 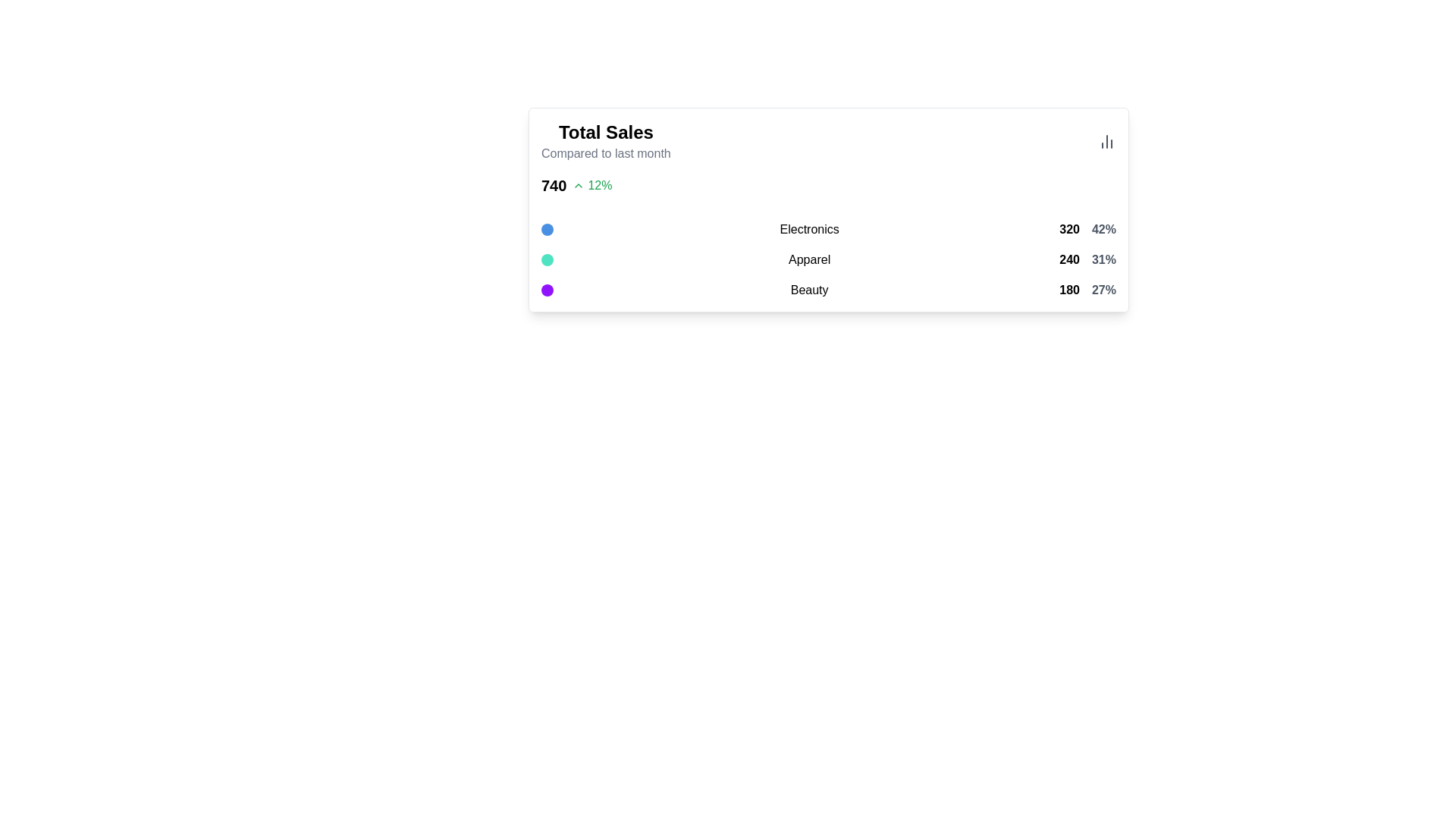 What do you see at coordinates (605, 154) in the screenshot?
I see `text from the Text Label positioned below the header 'Total Sales', which provides a relative comparison of the displayed metric with the past month` at bounding box center [605, 154].